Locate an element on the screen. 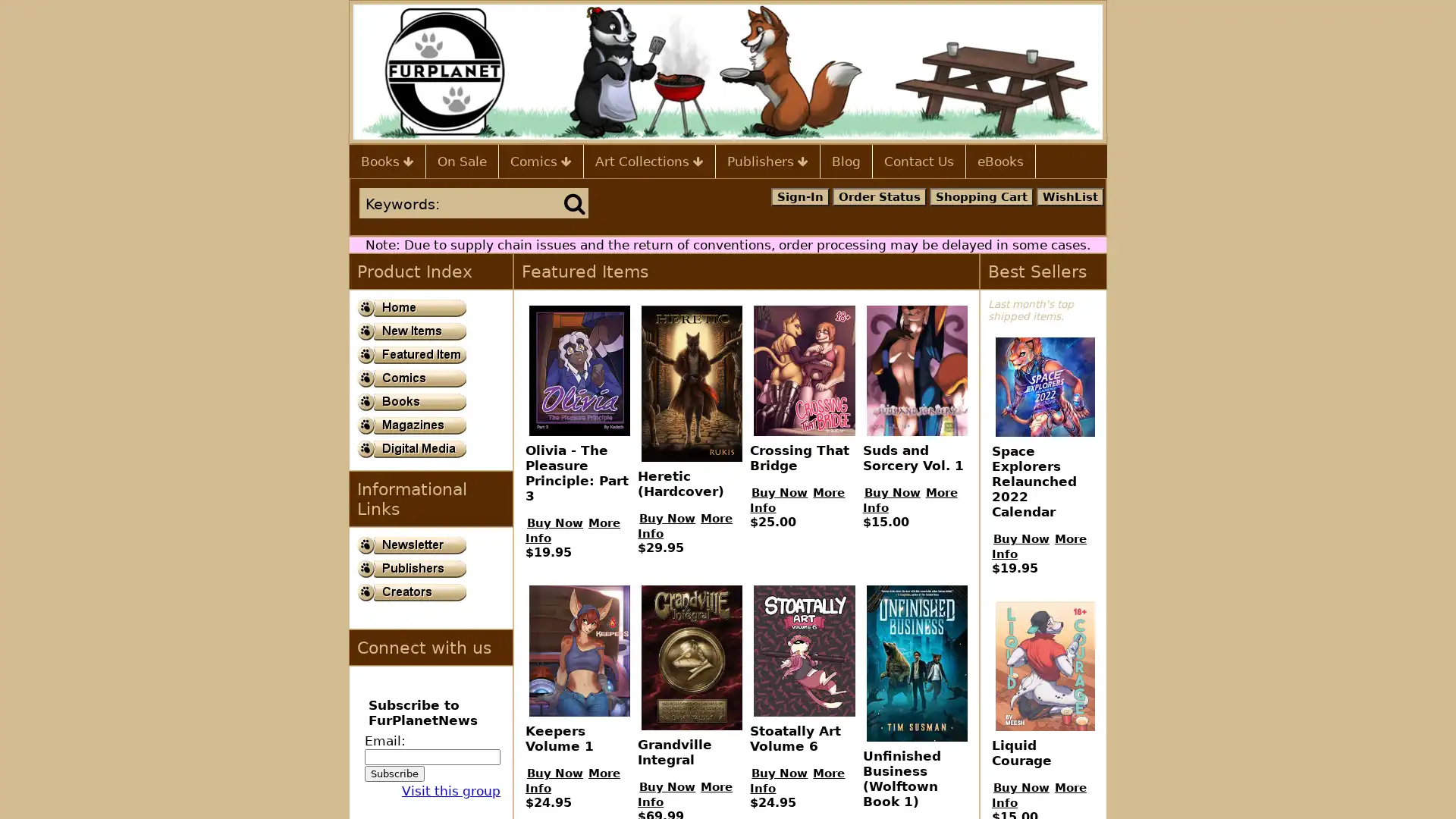  WishList is located at coordinates (1069, 195).